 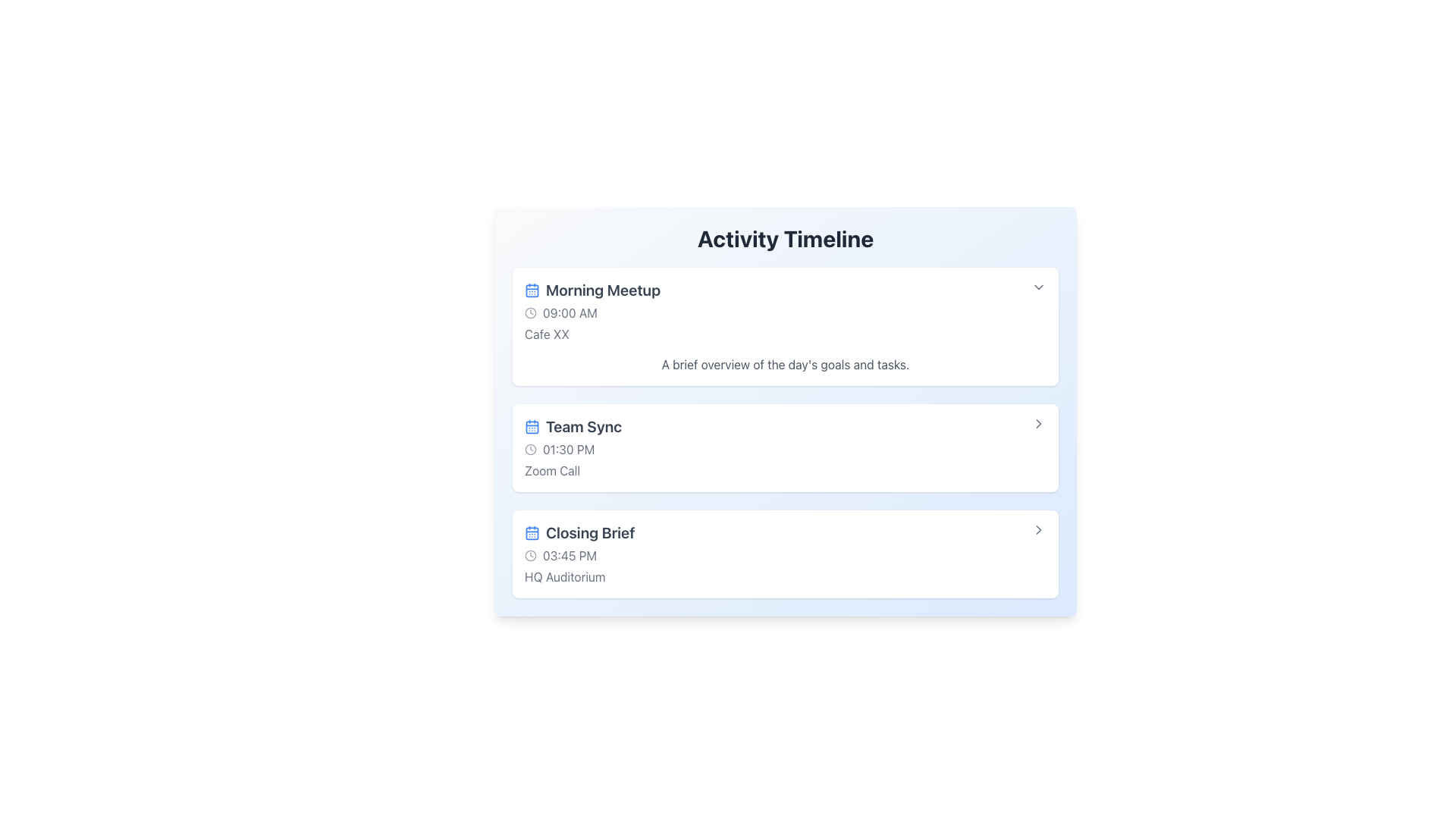 What do you see at coordinates (786, 447) in the screenshot?
I see `the 'Team Sync' list item in the 'Activity Timeline' section` at bounding box center [786, 447].